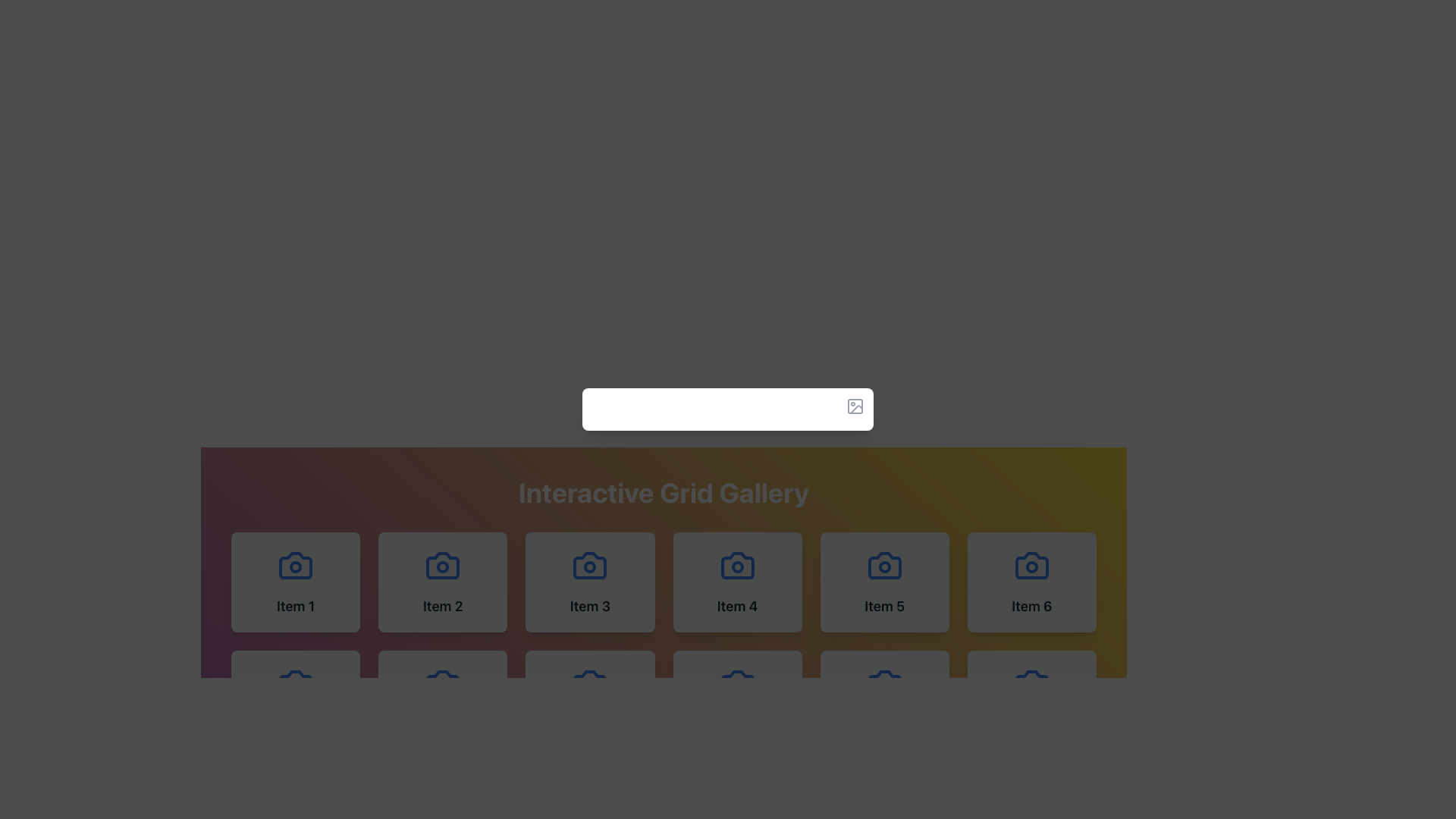  Describe the element at coordinates (442, 581) in the screenshot. I see `the second card in the grid layout that represents 'Item 2'` at that location.